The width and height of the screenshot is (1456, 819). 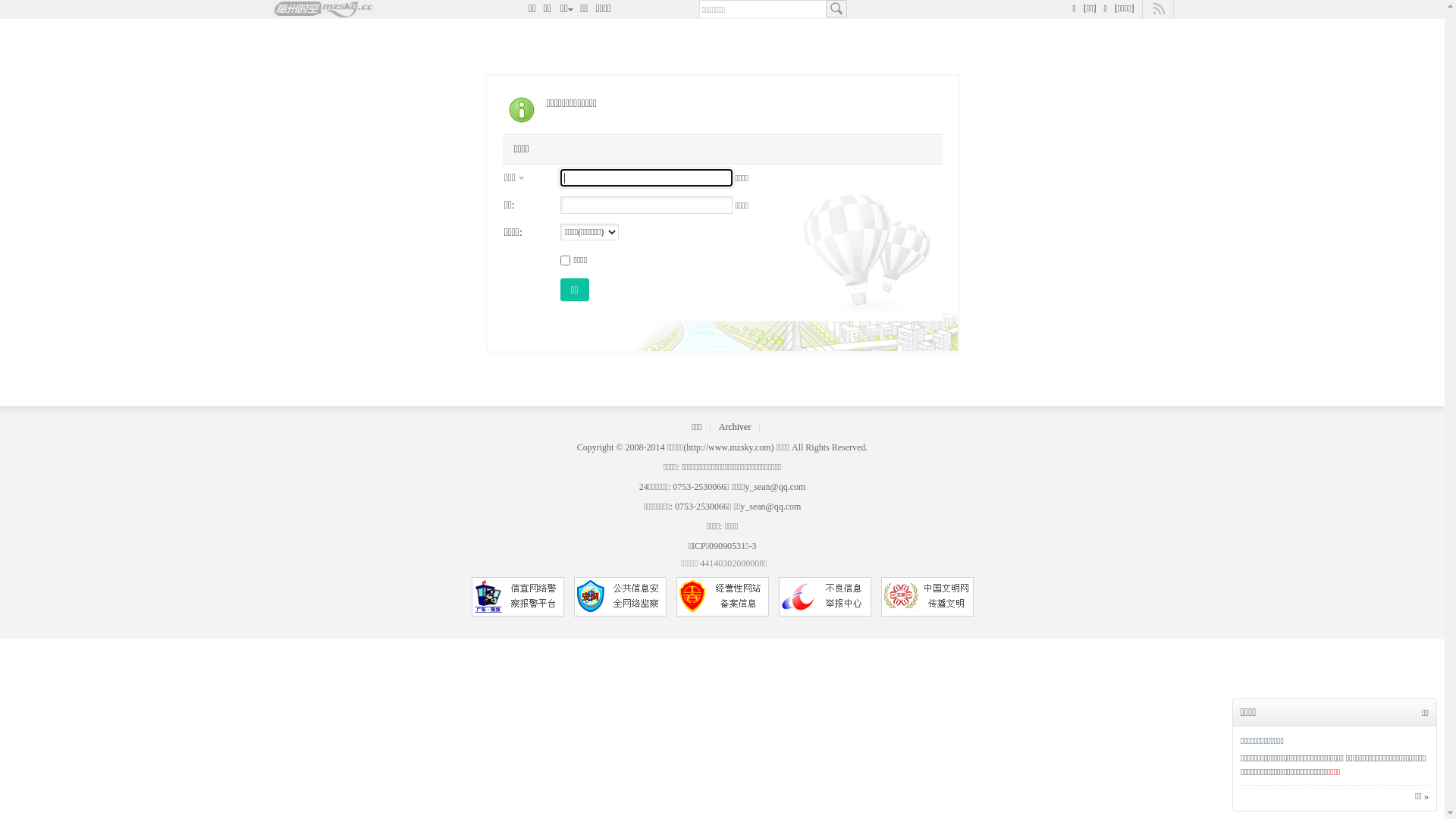 I want to click on '    ', so click(x=835, y=8).